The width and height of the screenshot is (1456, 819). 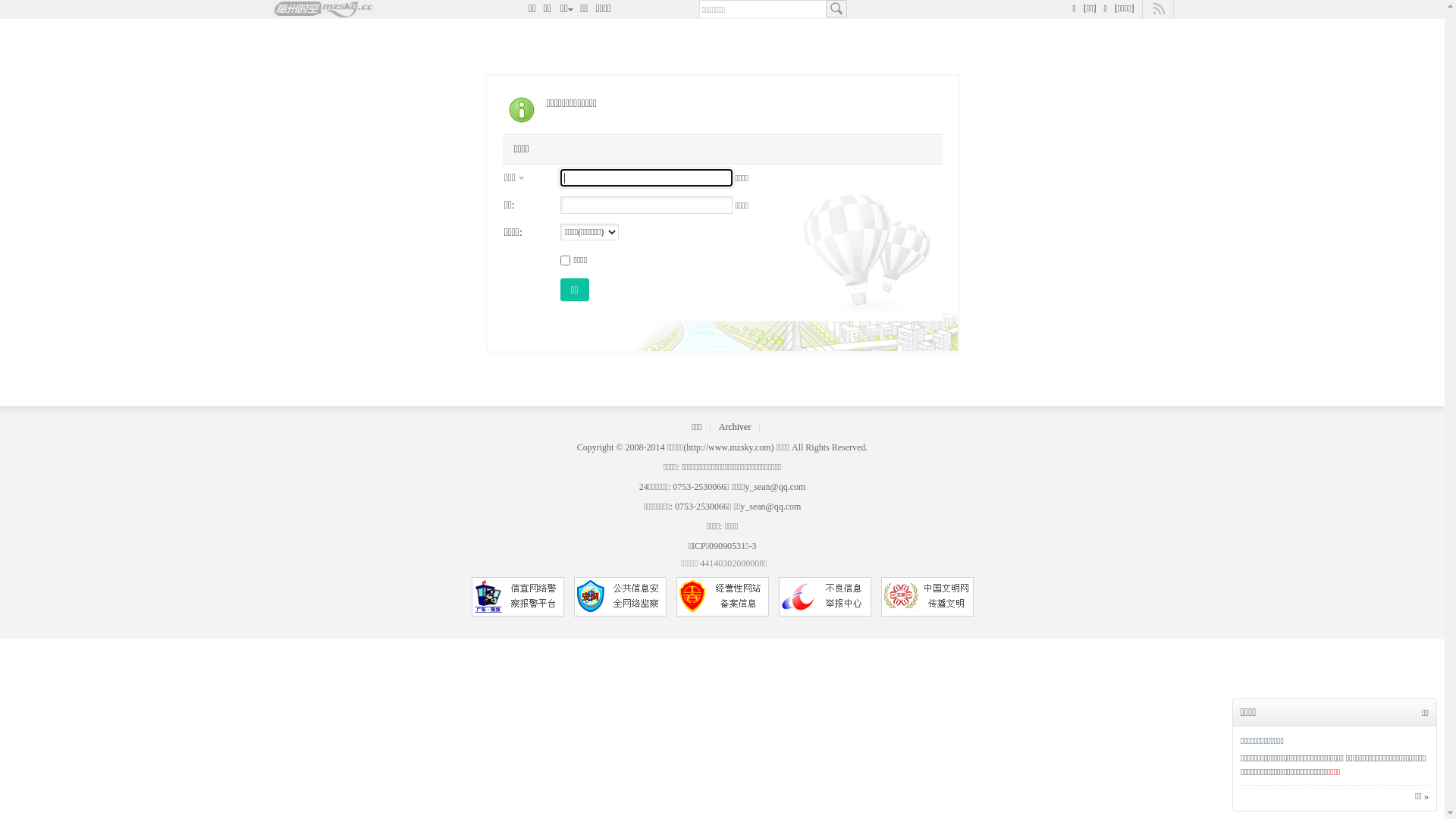 I want to click on '    ', so click(x=835, y=8).